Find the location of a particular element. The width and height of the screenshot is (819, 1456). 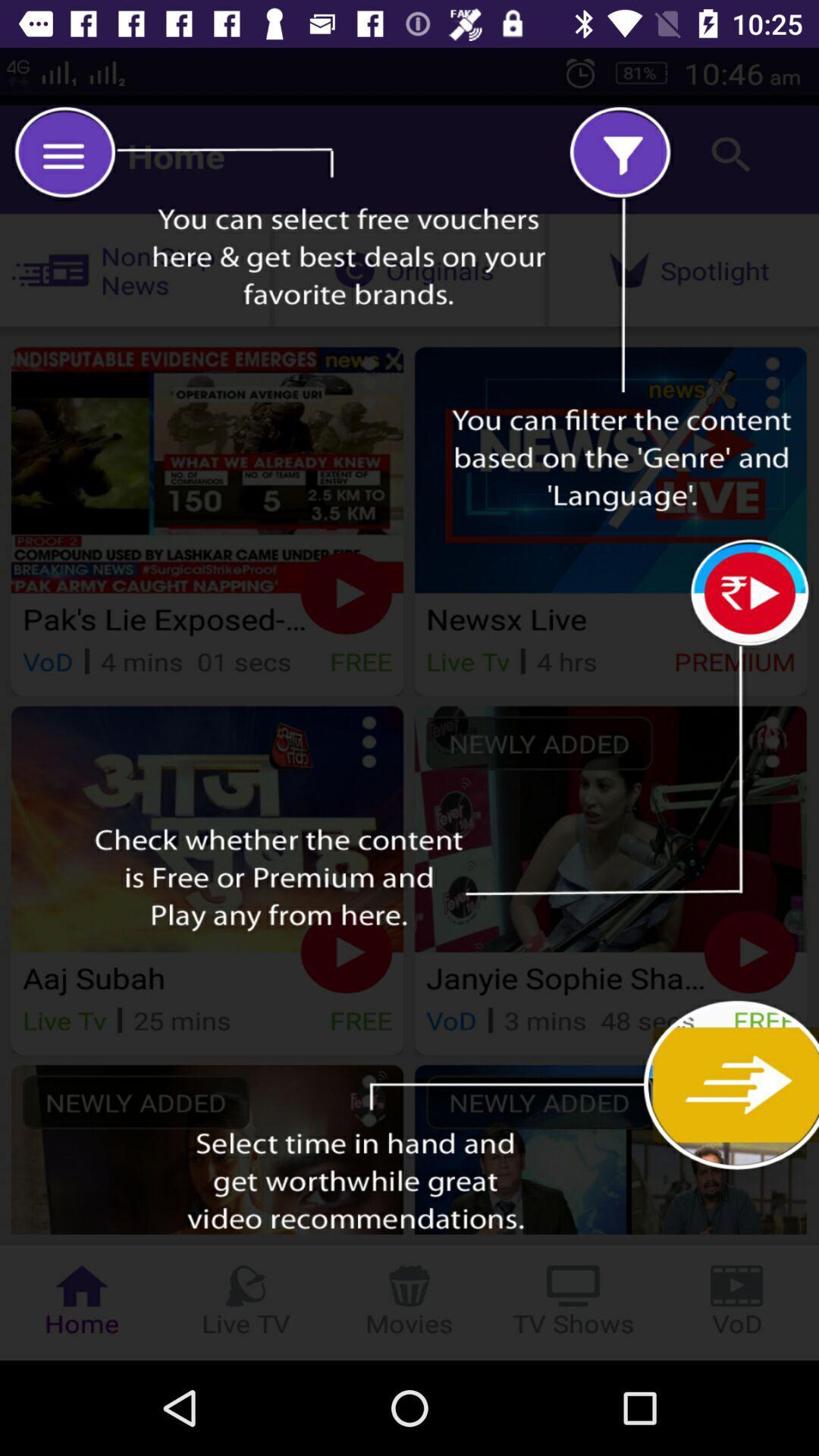

the arrow_forward icon is located at coordinates (745, 1093).